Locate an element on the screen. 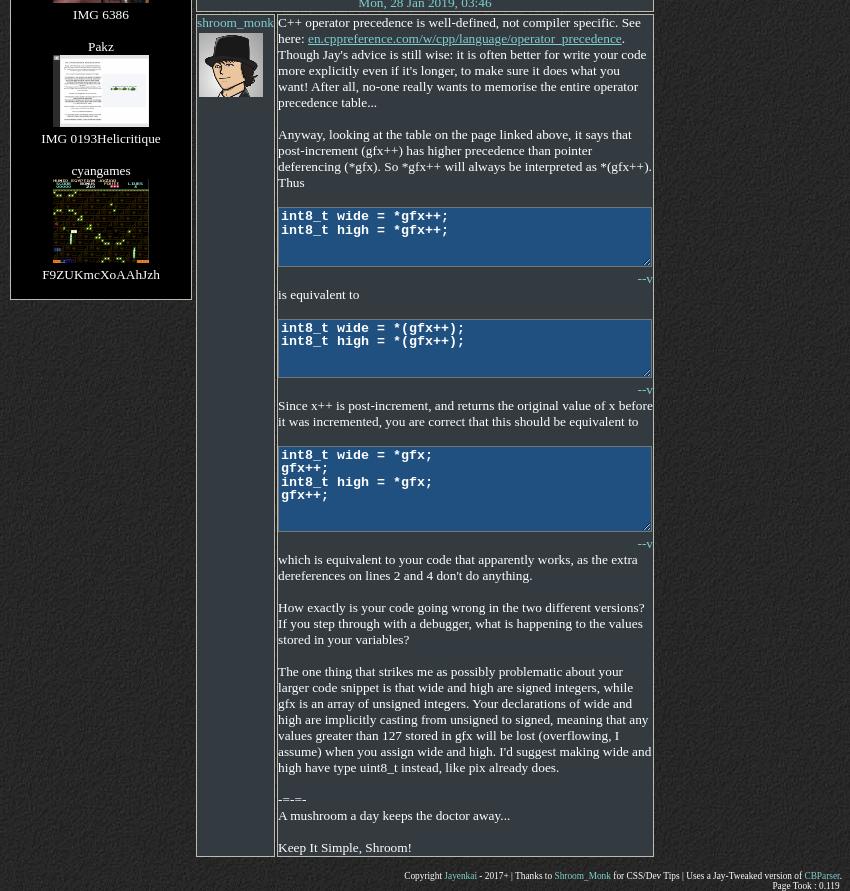  '. Though Jay's advice is still wise: it is often better for write your code more explicitly even if it's longer, to make sure it does what you want! After all, no-one really wants to memorise the entire operator precedence table...' is located at coordinates (460, 70).